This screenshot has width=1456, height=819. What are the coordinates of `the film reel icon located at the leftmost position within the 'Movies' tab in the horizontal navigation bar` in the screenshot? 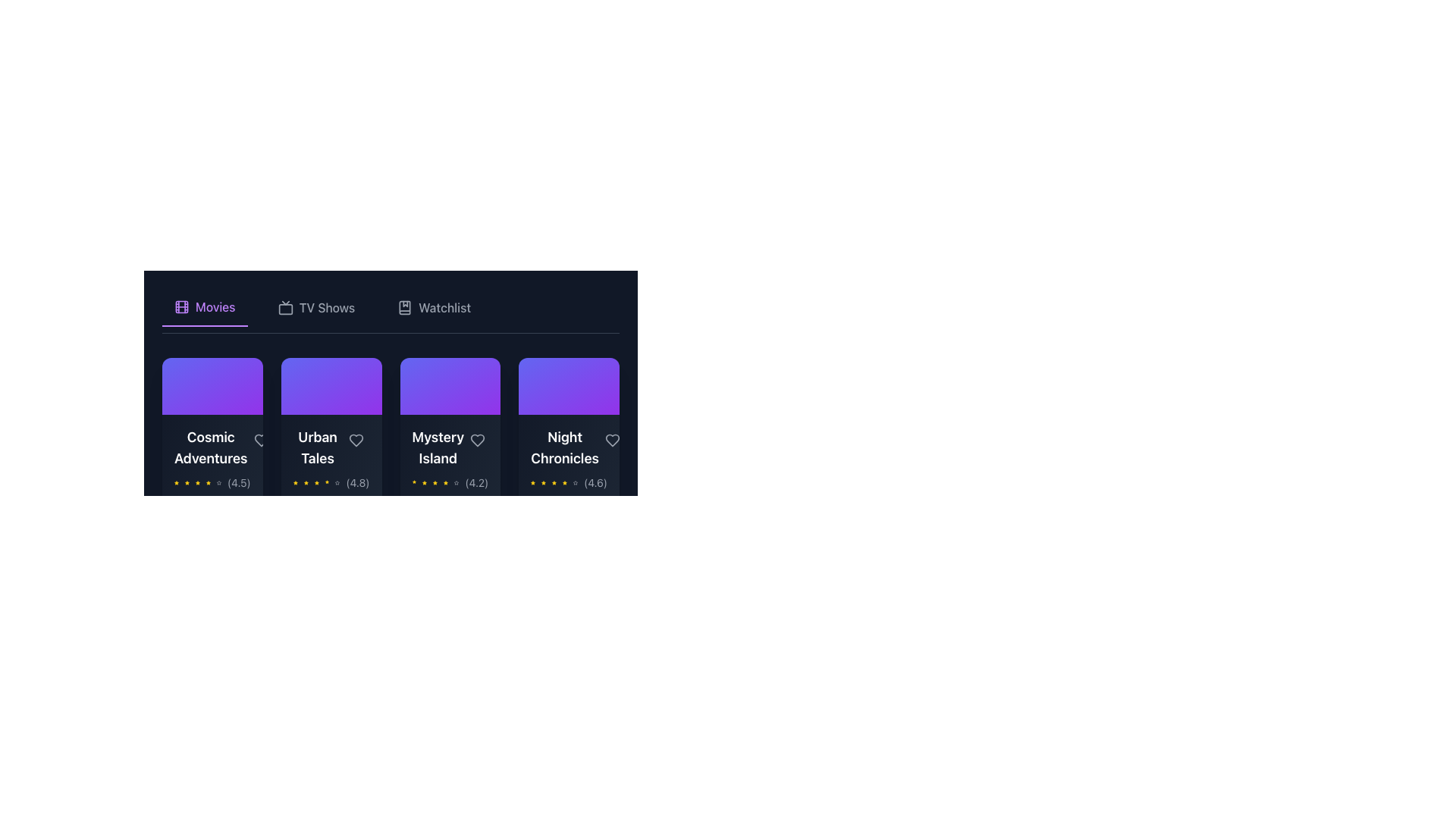 It's located at (182, 307).